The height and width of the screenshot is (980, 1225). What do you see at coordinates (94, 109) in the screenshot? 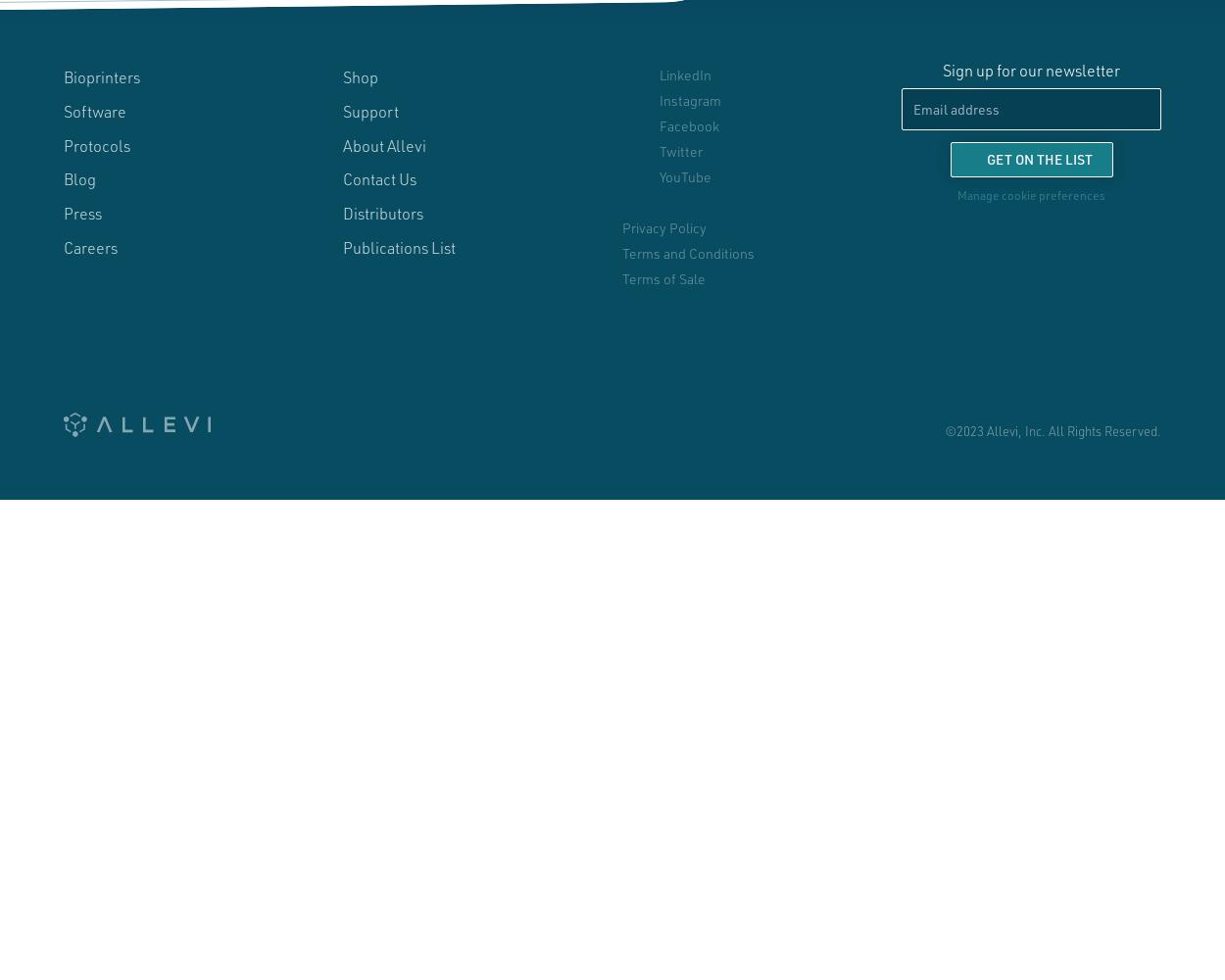
I see `'Software'` at bounding box center [94, 109].